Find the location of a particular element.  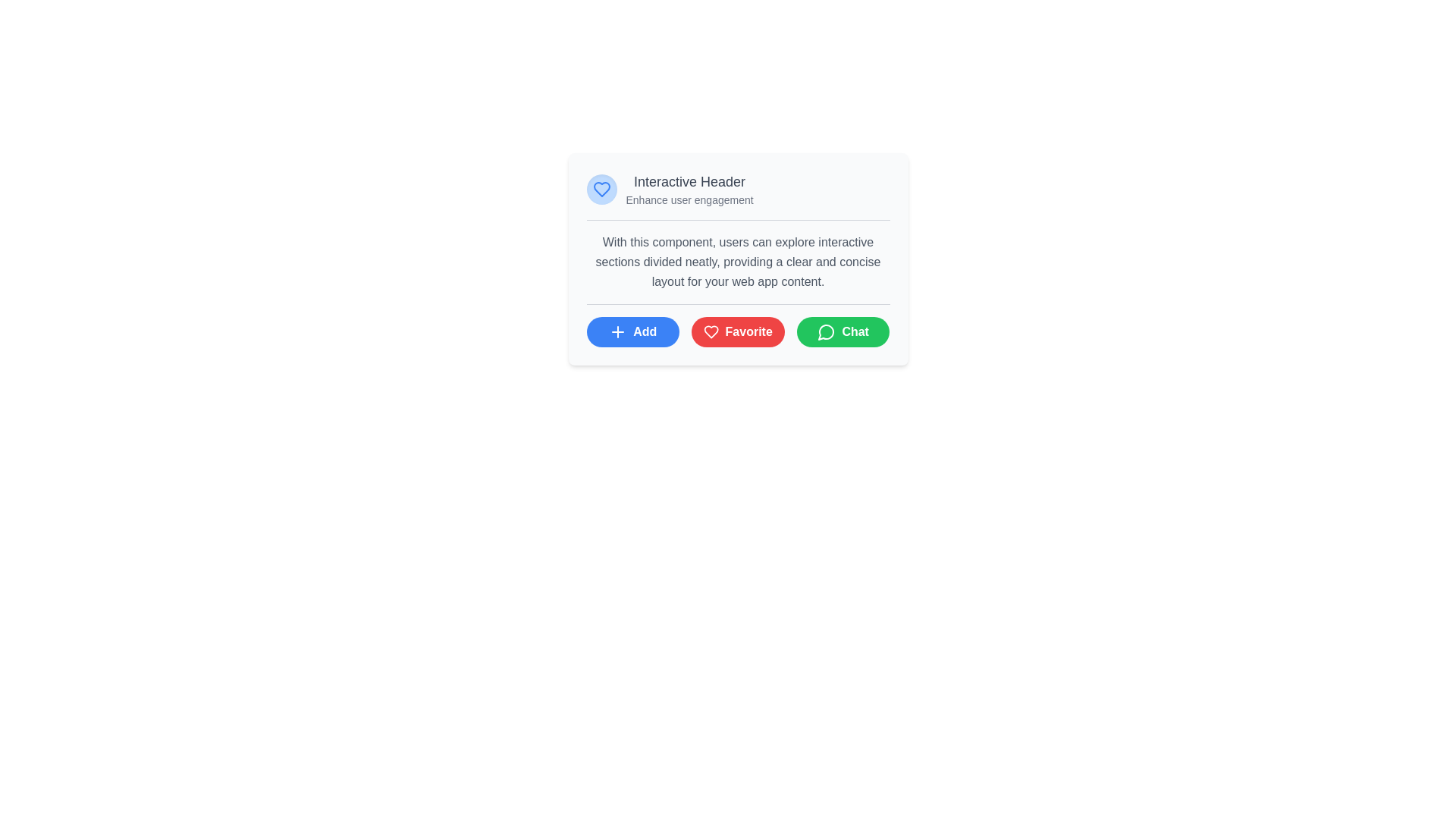

the favorite icon located between the blue 'Add' button and the green 'Chat' button is located at coordinates (711, 331).